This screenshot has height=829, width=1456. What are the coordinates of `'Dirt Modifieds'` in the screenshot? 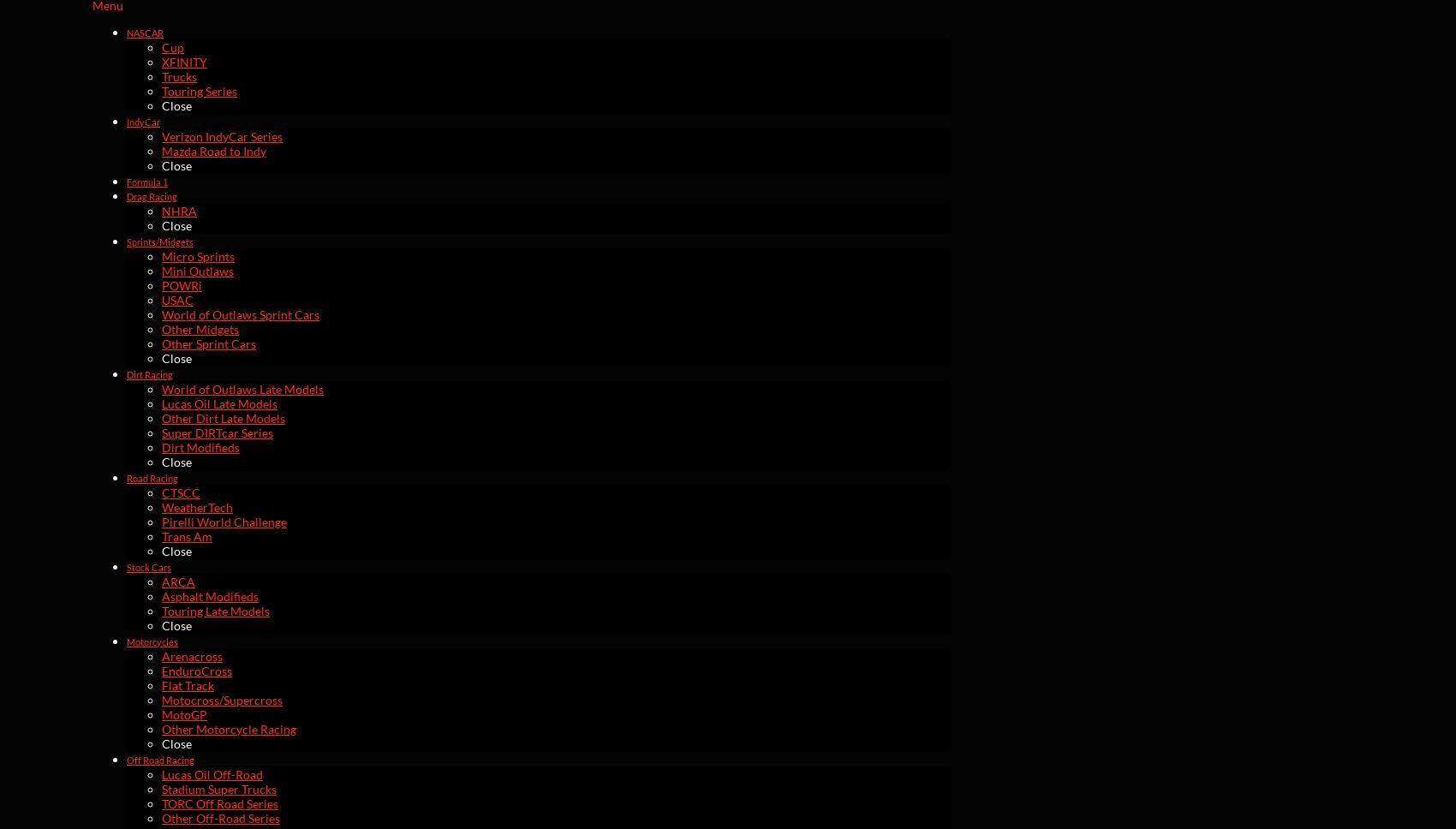 It's located at (200, 446).